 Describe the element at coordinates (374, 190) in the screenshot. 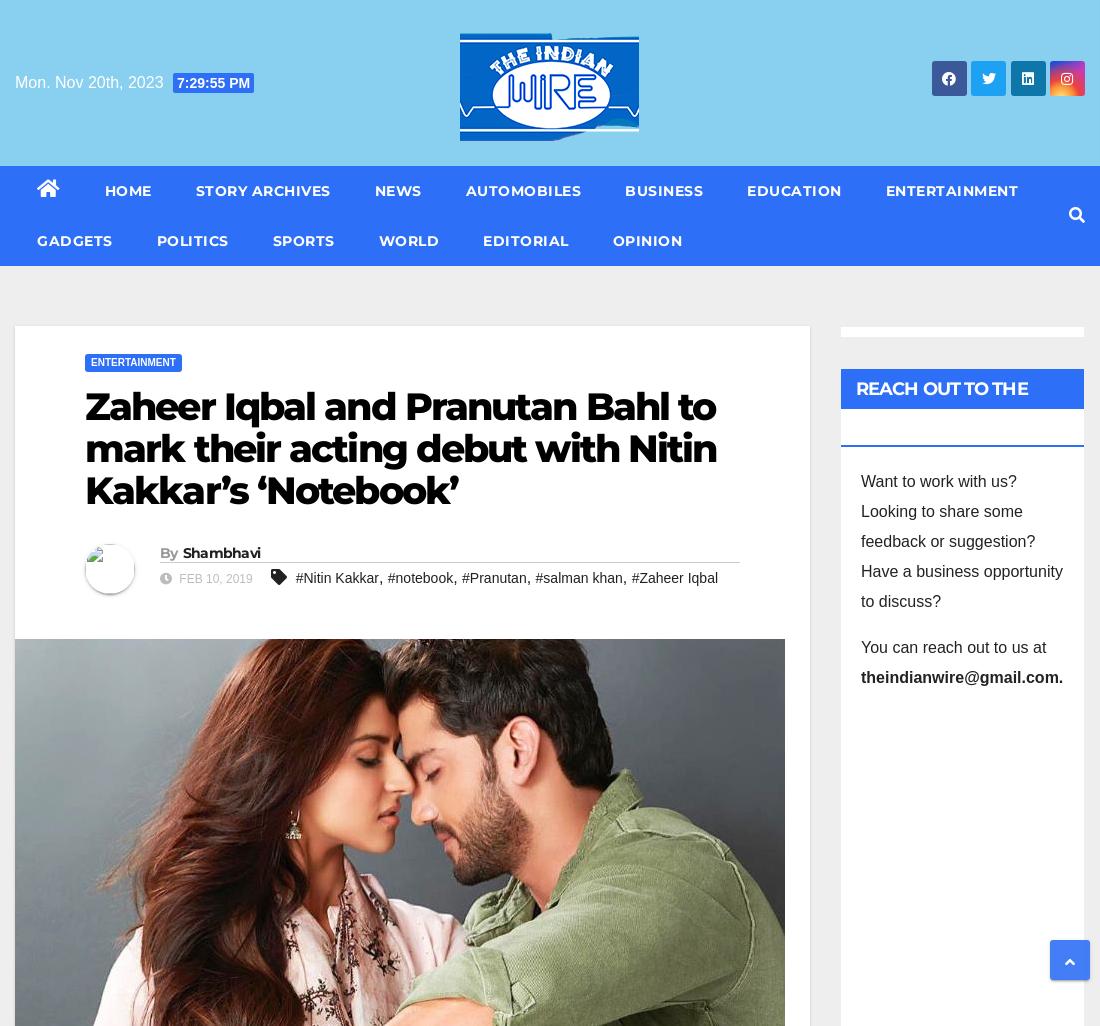

I see `'News'` at that location.